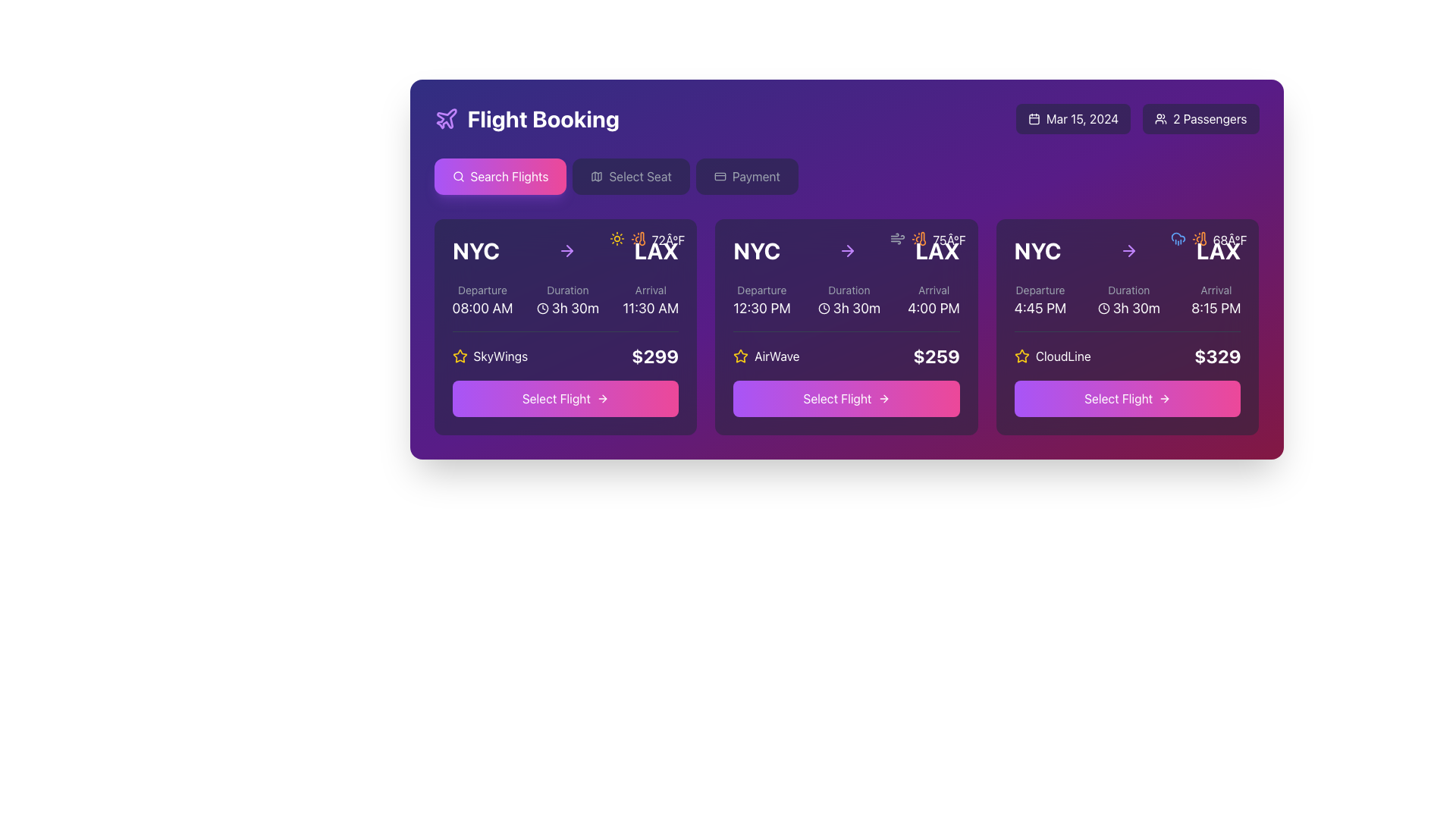 Image resolution: width=1456 pixels, height=819 pixels. I want to click on the text label displaying 'LAX' in bold white font located in the upper-right corner of the card-like UI component, adjacent to flight details and pricing information, so click(656, 250).